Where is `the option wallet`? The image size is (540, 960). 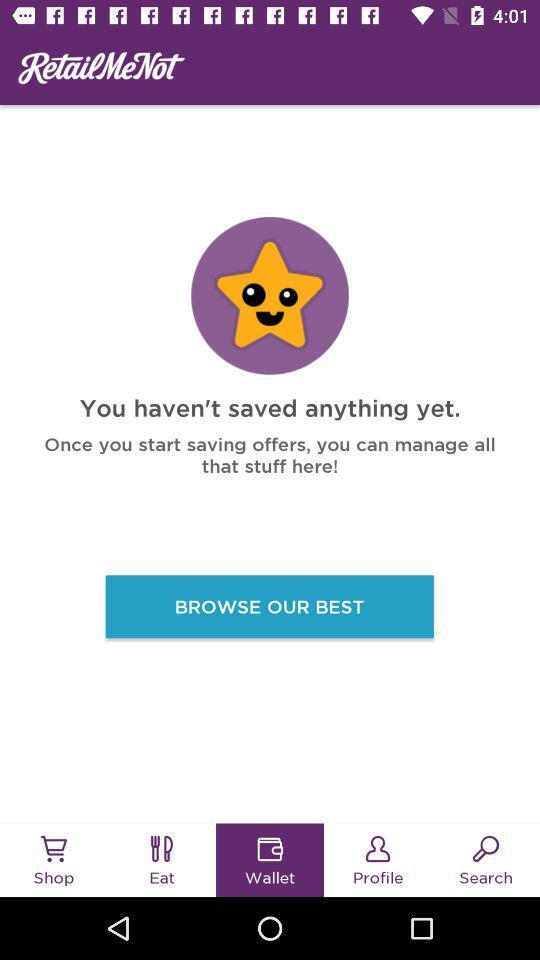 the option wallet is located at coordinates (270, 848).